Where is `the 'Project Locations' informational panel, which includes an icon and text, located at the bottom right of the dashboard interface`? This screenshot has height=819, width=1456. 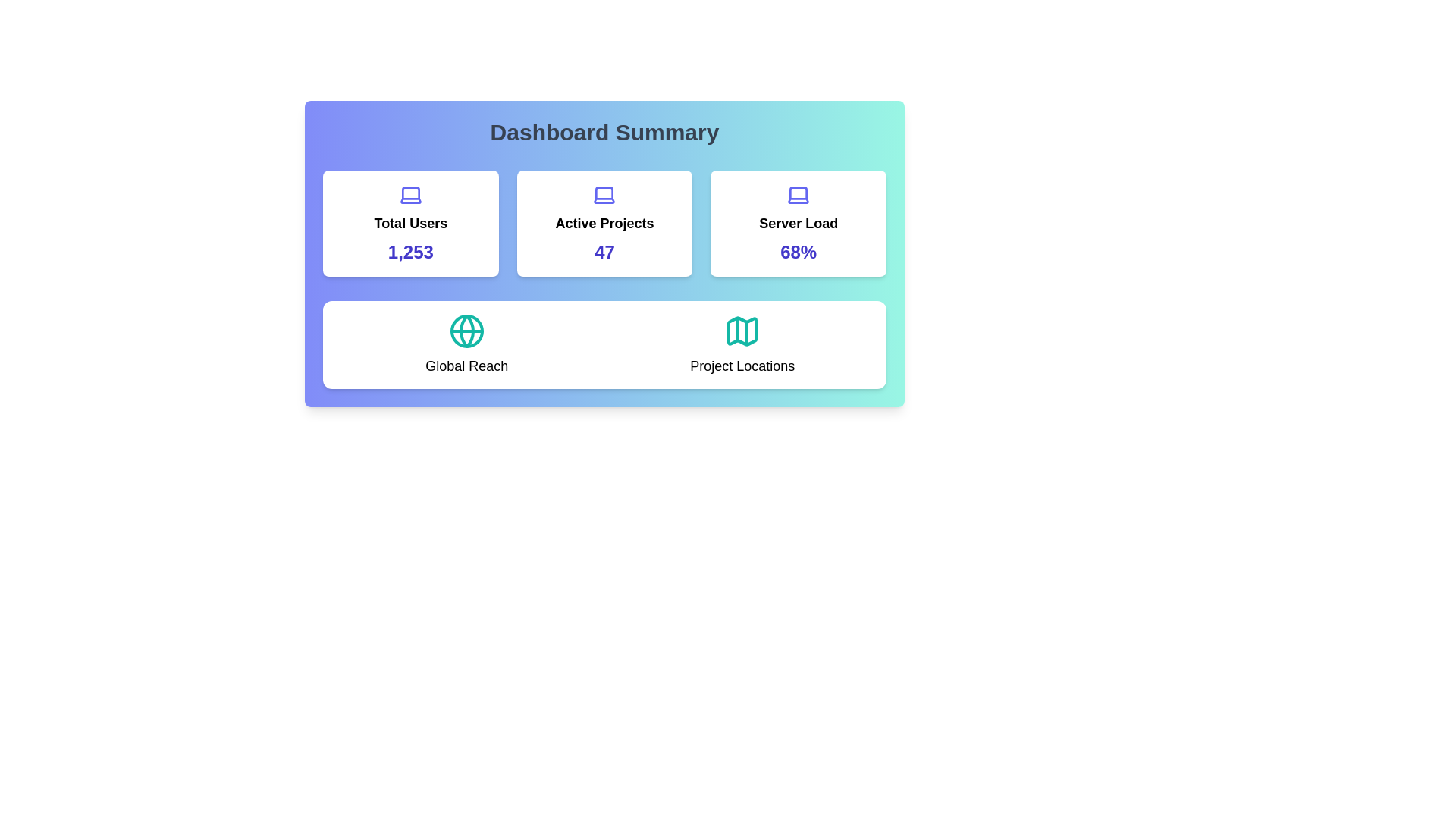
the 'Project Locations' informational panel, which includes an icon and text, located at the bottom right of the dashboard interface is located at coordinates (742, 345).